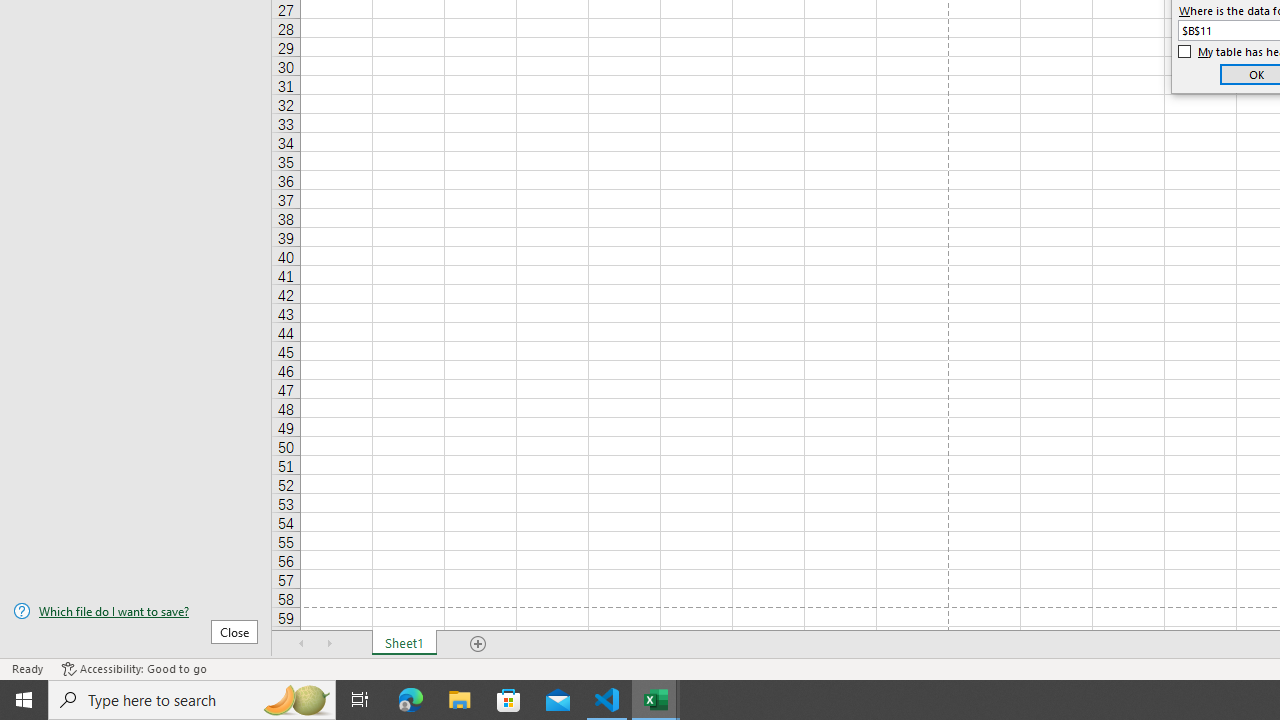  What do you see at coordinates (133, 669) in the screenshot?
I see `'Accessibility Checker Accessibility: Good to go'` at bounding box center [133, 669].